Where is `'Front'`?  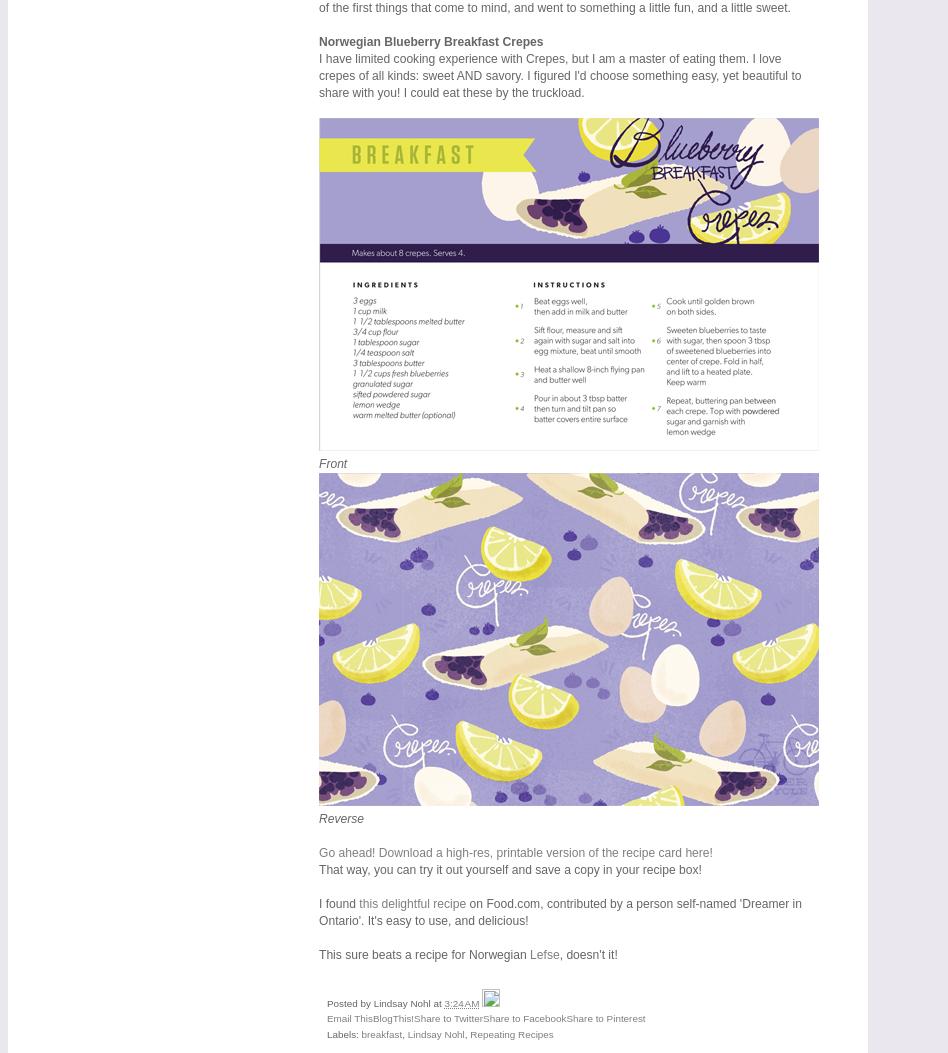
'Front' is located at coordinates (333, 462).